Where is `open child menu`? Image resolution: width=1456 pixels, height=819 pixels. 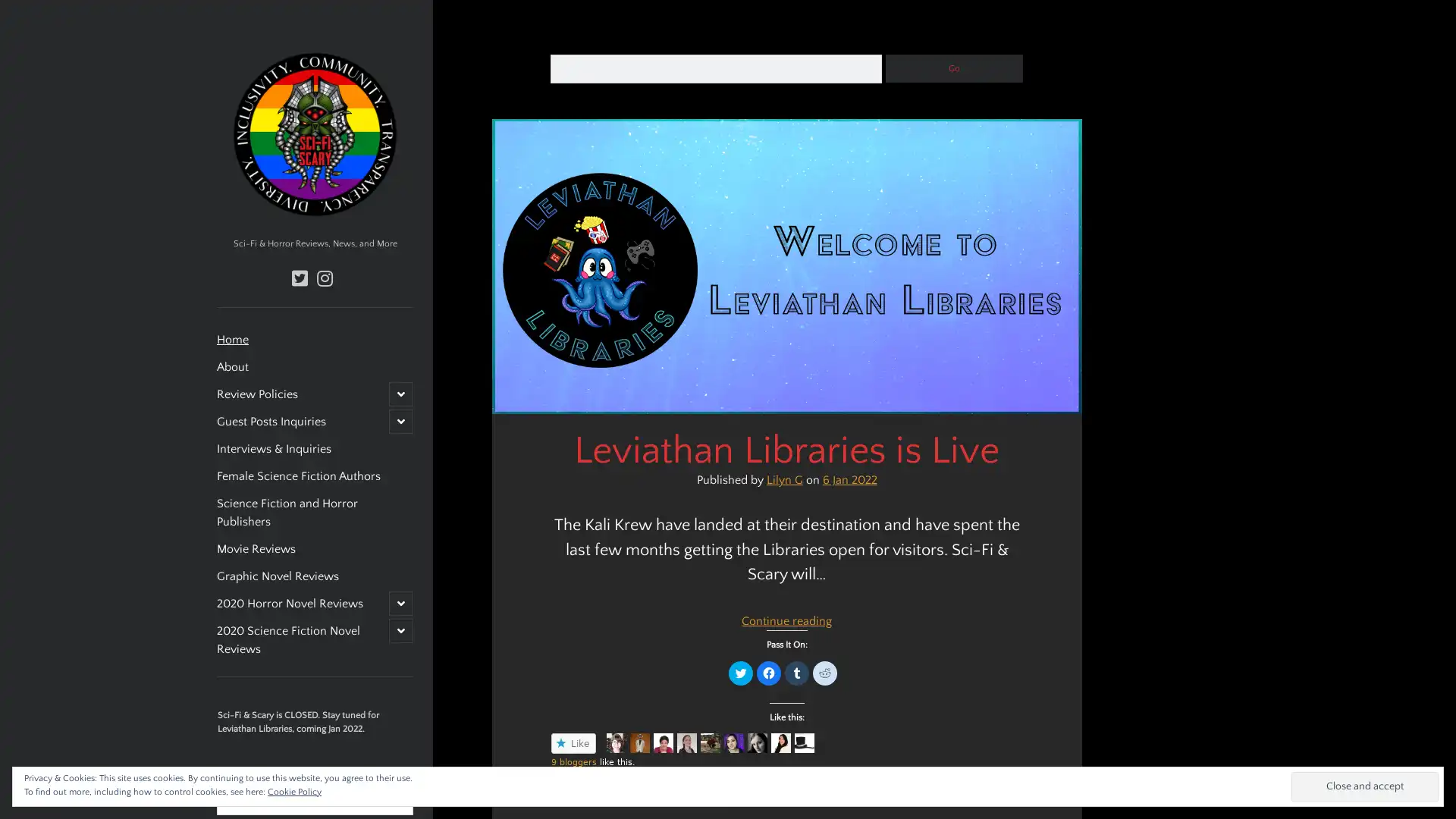
open child menu is located at coordinates (400, 631).